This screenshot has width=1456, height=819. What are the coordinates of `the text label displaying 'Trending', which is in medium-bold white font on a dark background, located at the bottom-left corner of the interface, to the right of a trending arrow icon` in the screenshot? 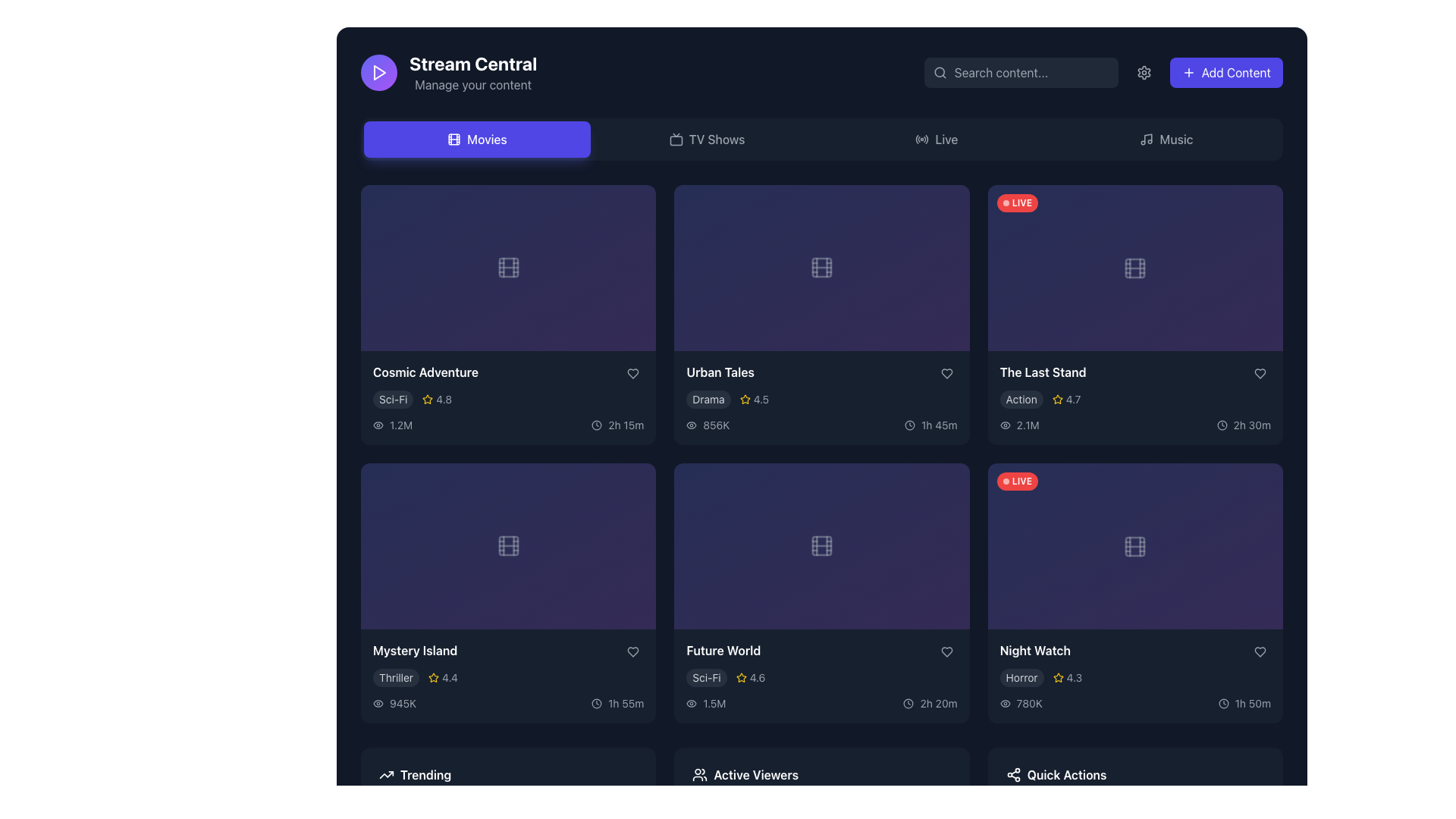 It's located at (425, 775).